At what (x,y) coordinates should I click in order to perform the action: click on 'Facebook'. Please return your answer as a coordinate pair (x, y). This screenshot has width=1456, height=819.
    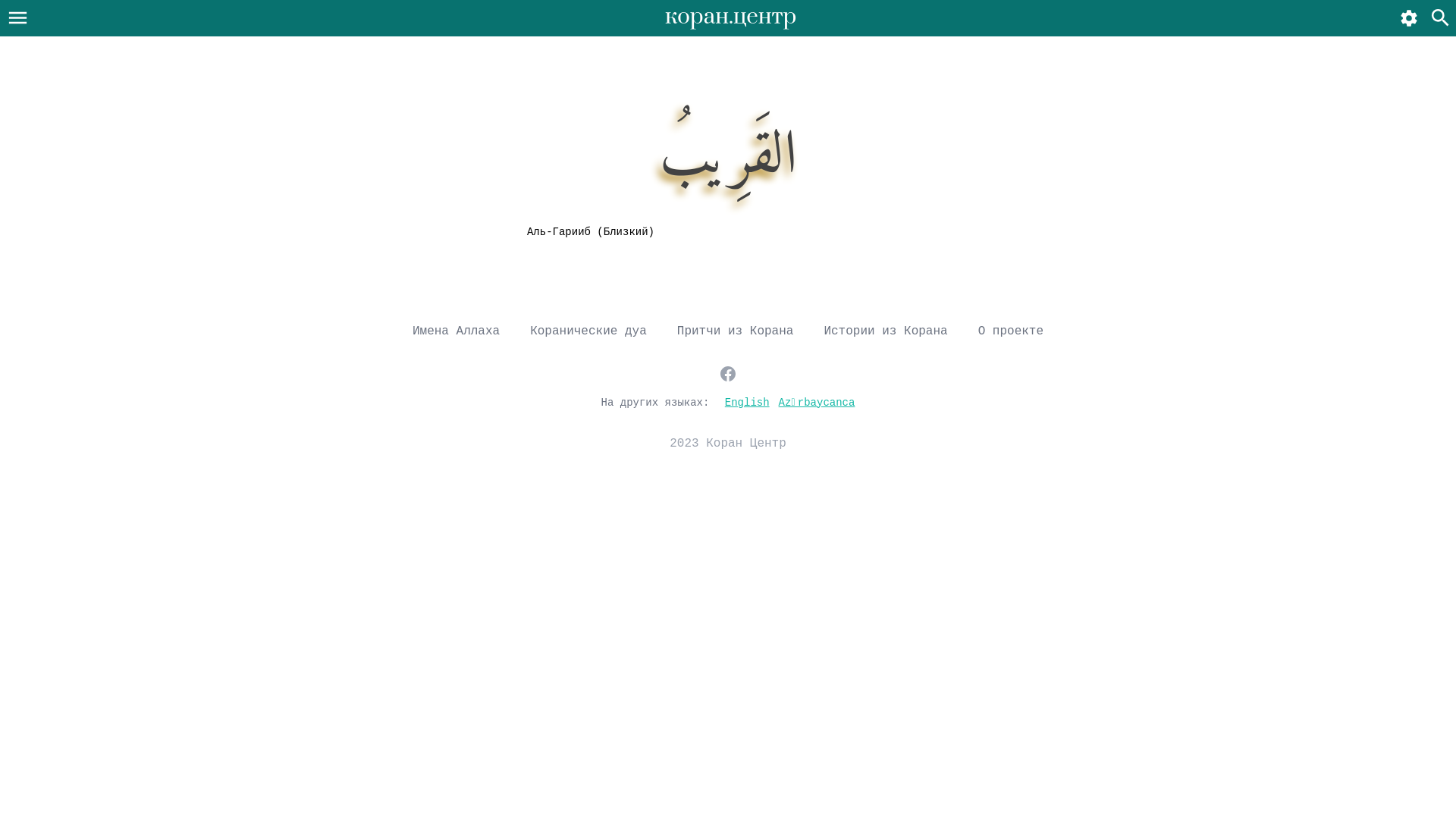
    Looking at the image, I should click on (718, 373).